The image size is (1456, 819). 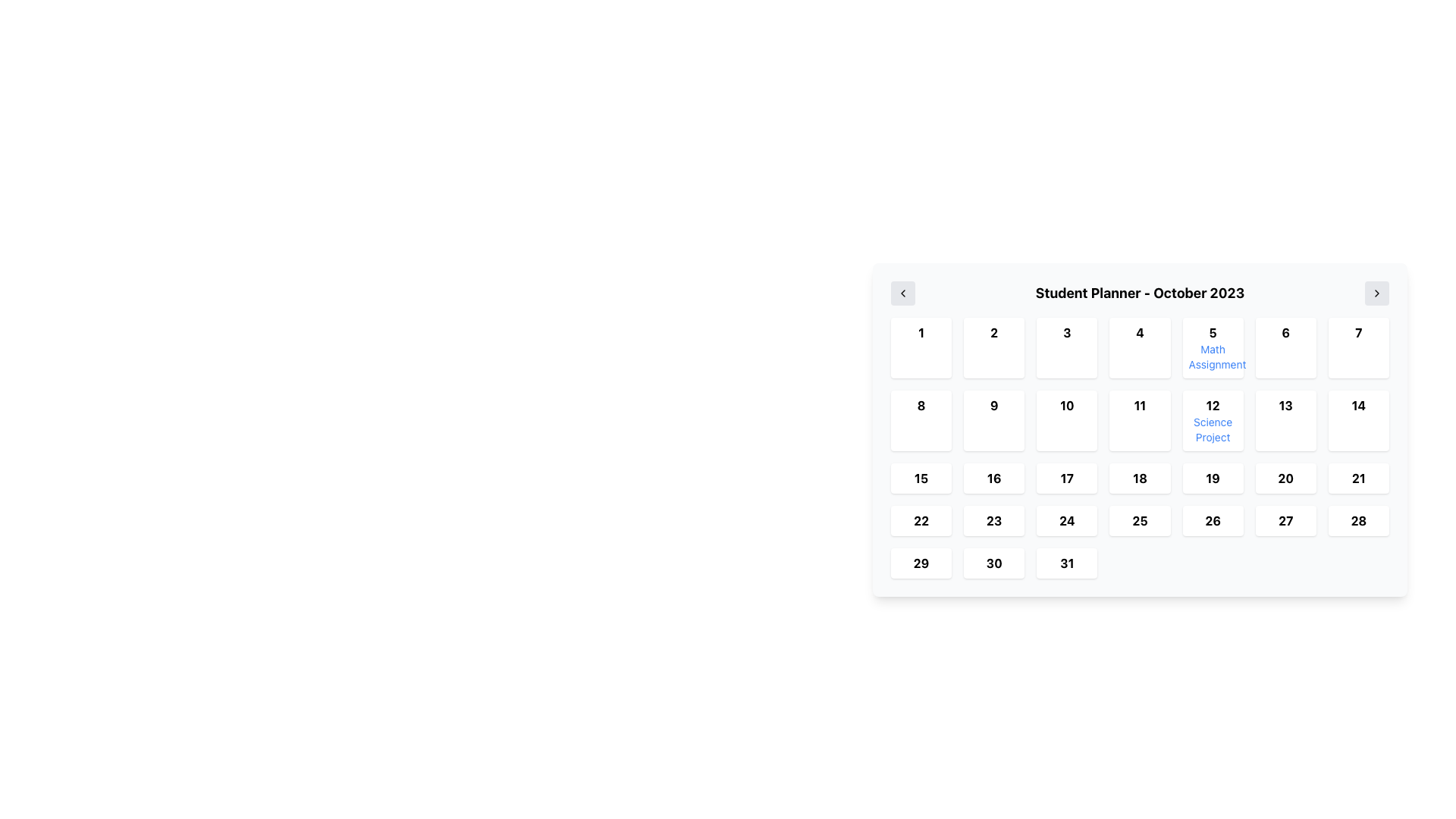 What do you see at coordinates (1212, 519) in the screenshot?
I see `the static visual element representing the date 26, which is a square-shaped box with a white background and bold black text` at bounding box center [1212, 519].